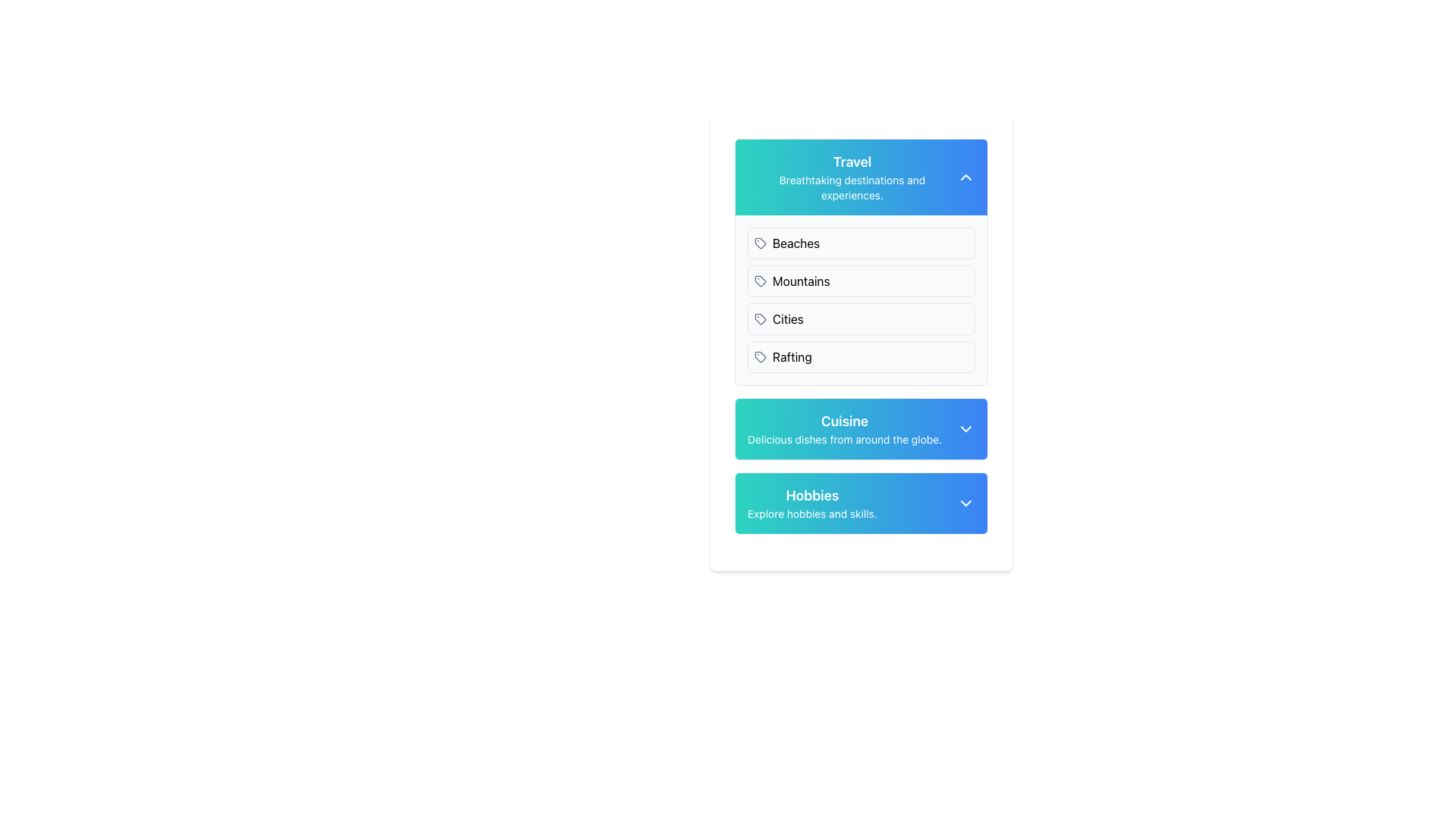  Describe the element at coordinates (843, 421) in the screenshot. I see `text label displaying 'Cuisine' which is bold and white on a gradient background, located above 'Hobbies' and below 'Travel' in the category section` at that location.